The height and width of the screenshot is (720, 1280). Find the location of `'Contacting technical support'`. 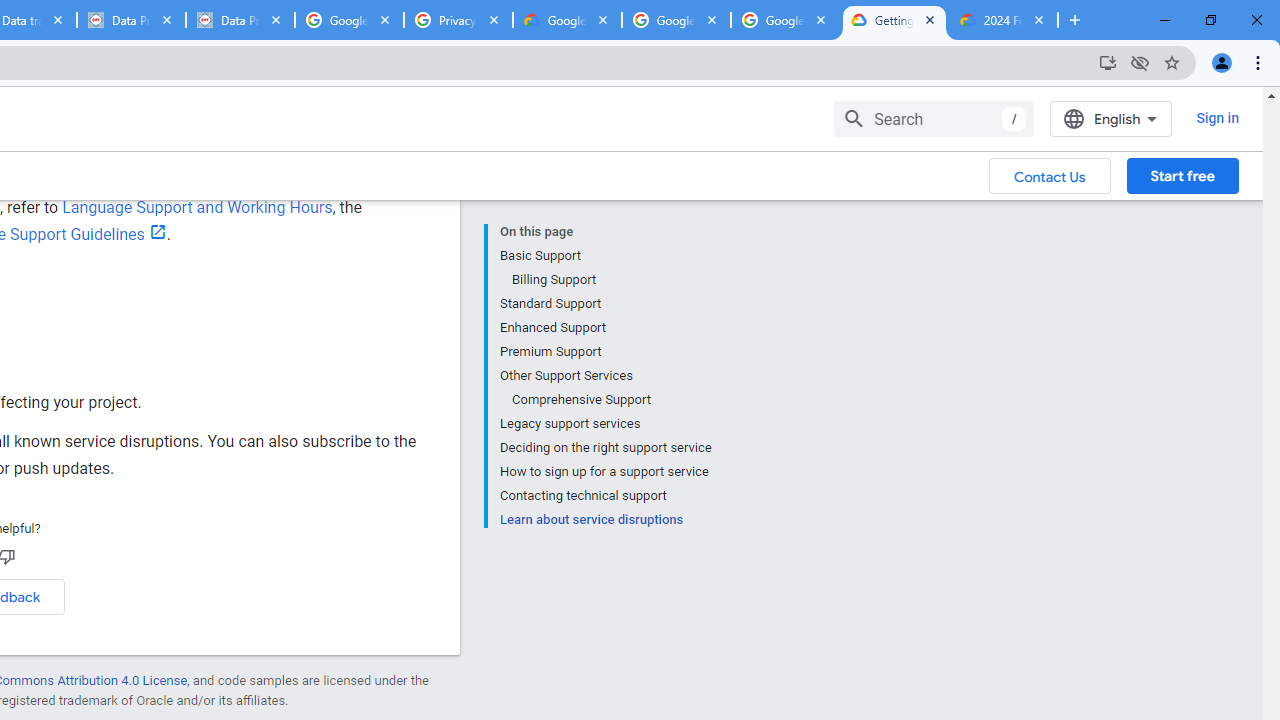

'Contacting technical support' is located at coordinates (604, 495).